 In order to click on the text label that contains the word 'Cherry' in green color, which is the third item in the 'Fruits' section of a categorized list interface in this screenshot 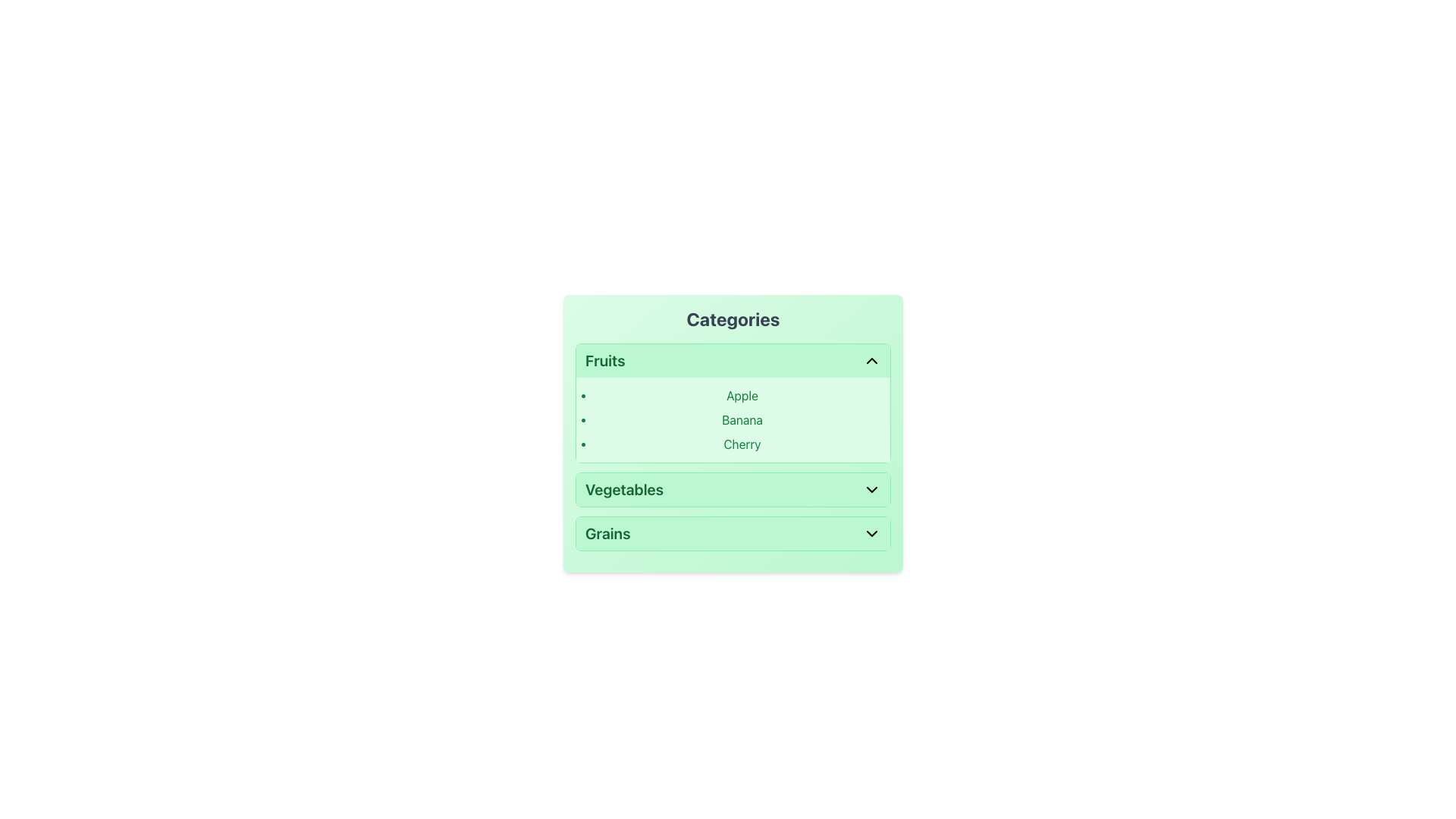, I will do `click(742, 444)`.